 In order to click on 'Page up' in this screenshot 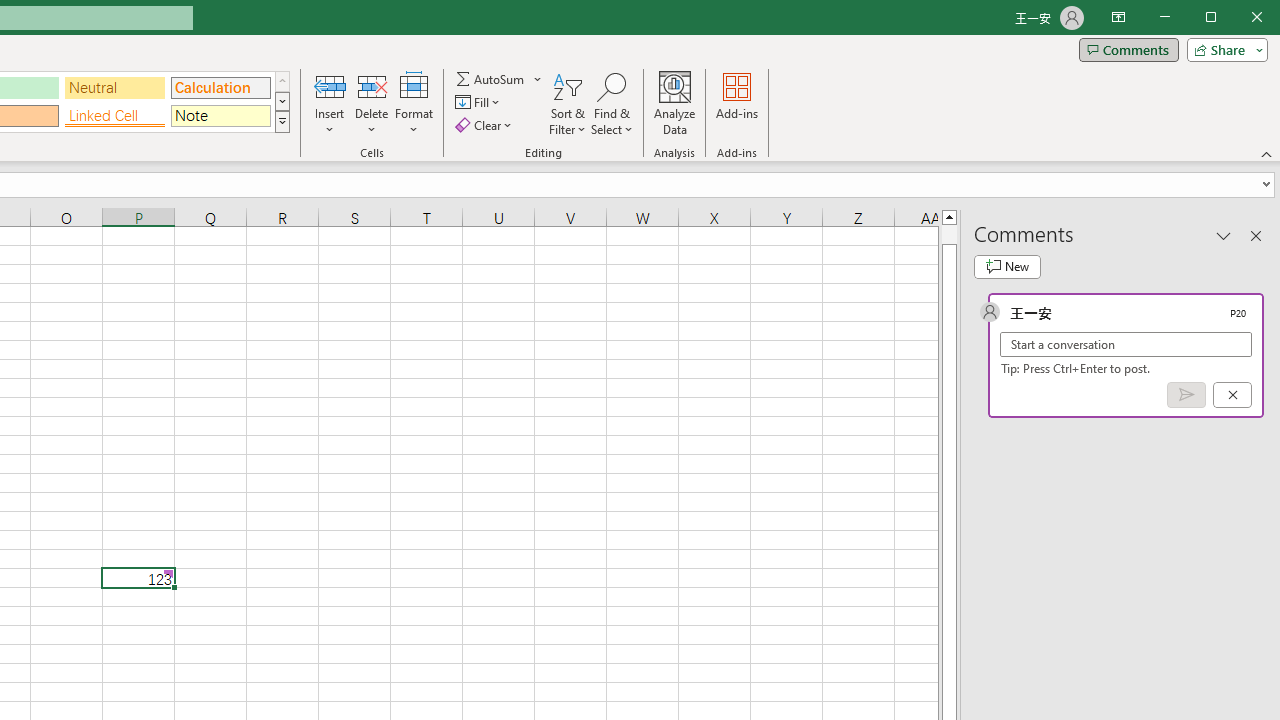, I will do `click(948, 233)`.